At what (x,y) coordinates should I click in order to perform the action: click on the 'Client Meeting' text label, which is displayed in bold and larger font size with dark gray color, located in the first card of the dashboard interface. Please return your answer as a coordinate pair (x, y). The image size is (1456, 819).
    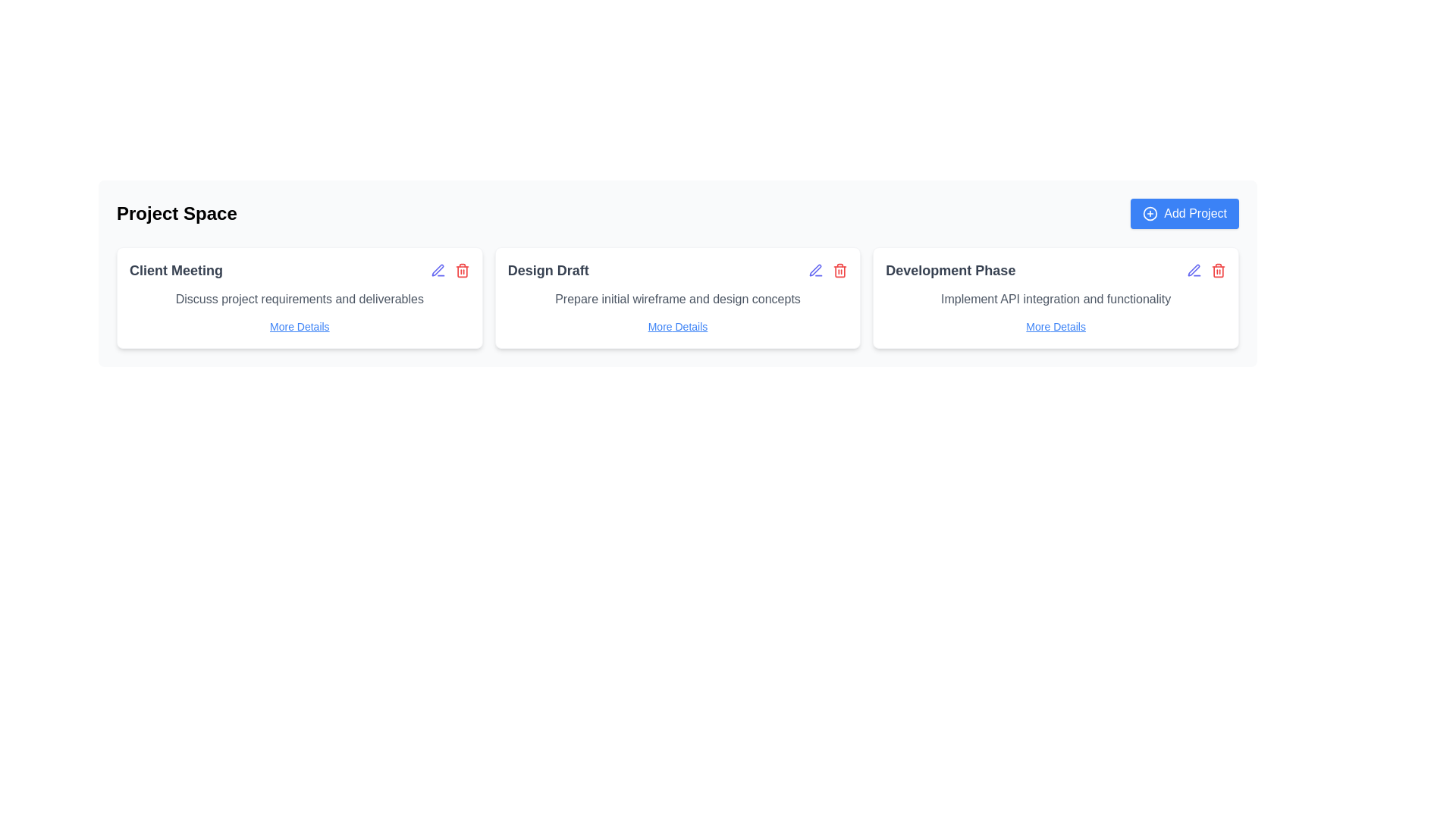
    Looking at the image, I should click on (176, 270).